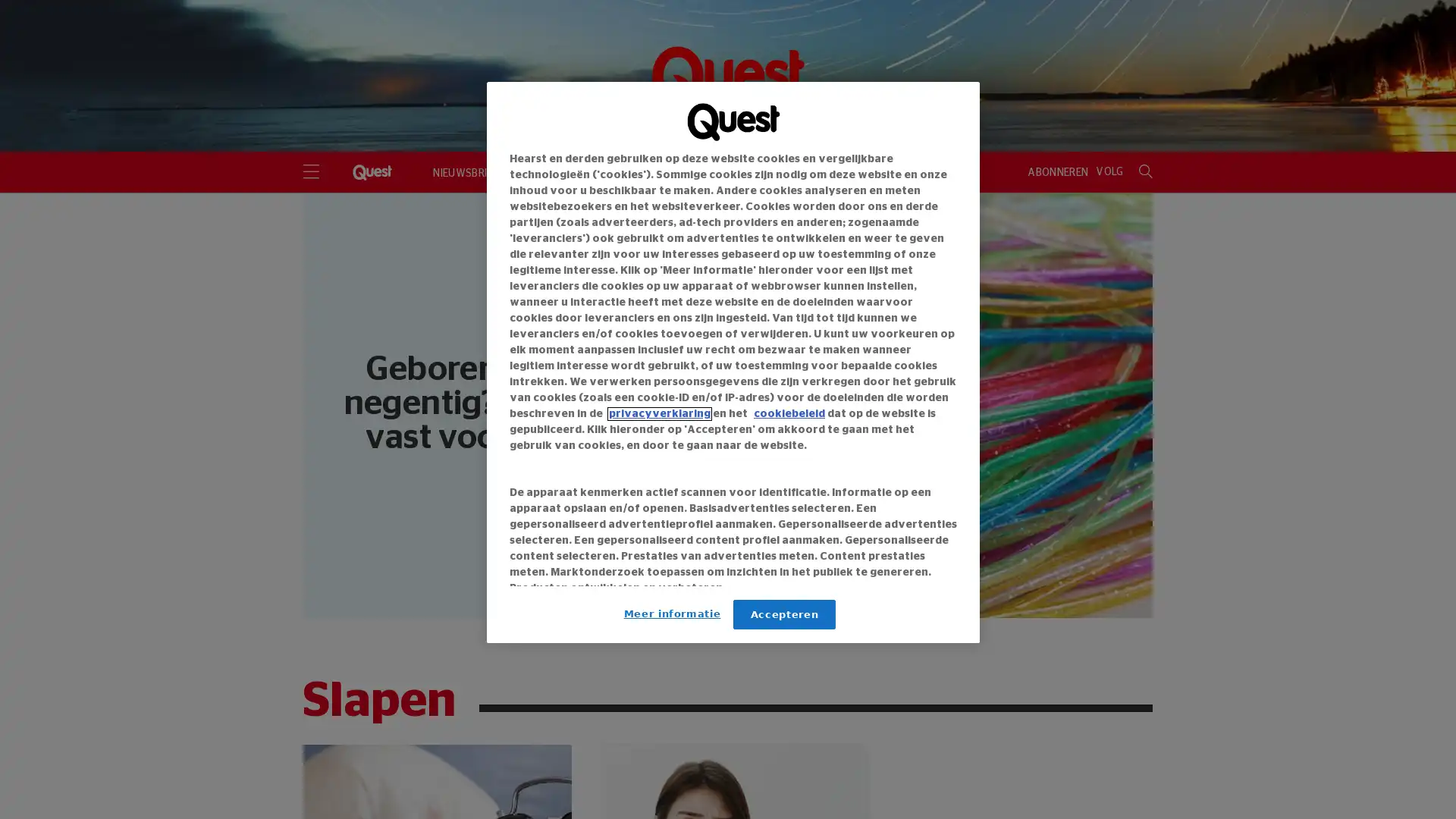 This screenshot has width=1456, height=819. I want to click on Link naar IAB leveranciers, so click(582, 605).